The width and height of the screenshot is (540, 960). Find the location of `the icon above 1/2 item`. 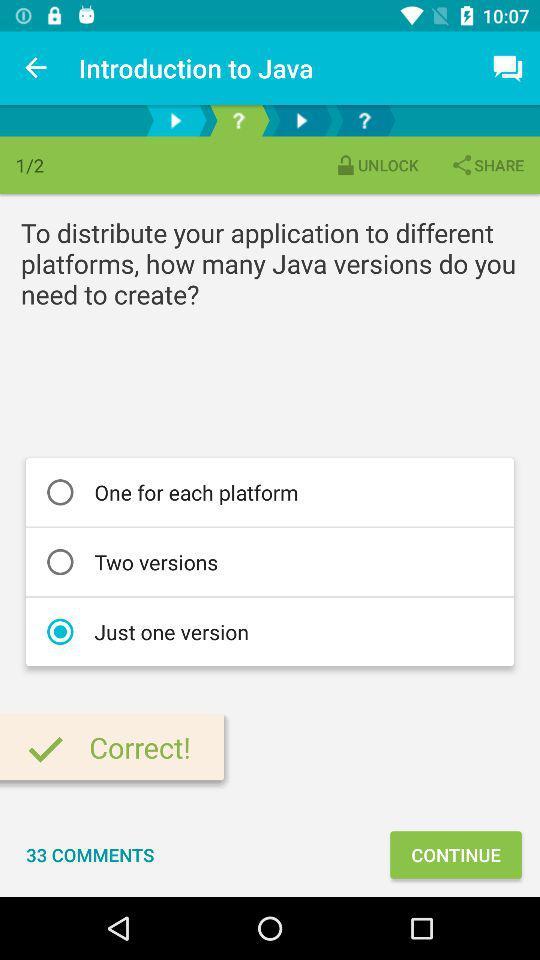

the icon above 1/2 item is located at coordinates (36, 68).